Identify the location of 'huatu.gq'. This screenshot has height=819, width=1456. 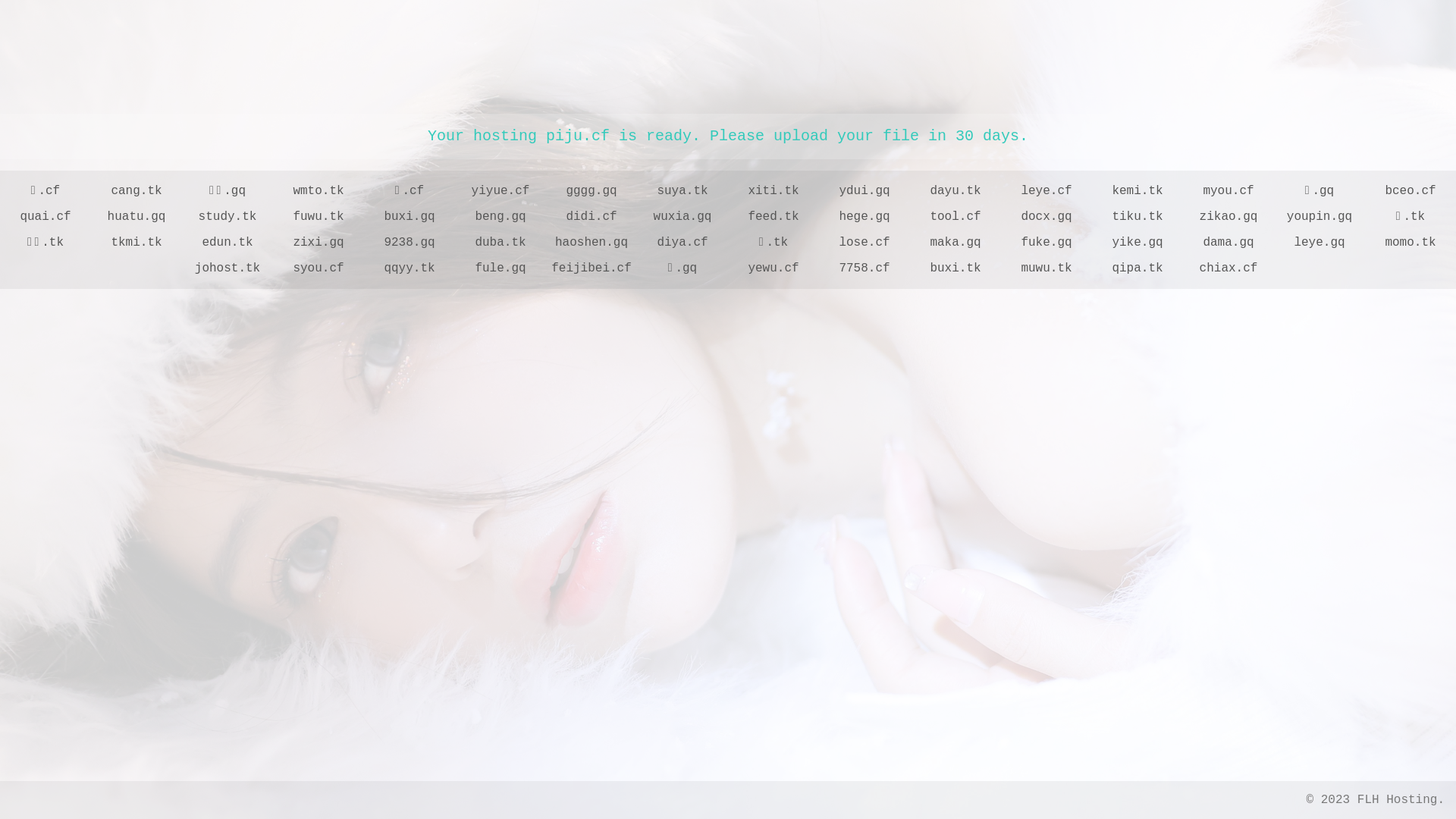
(90, 216).